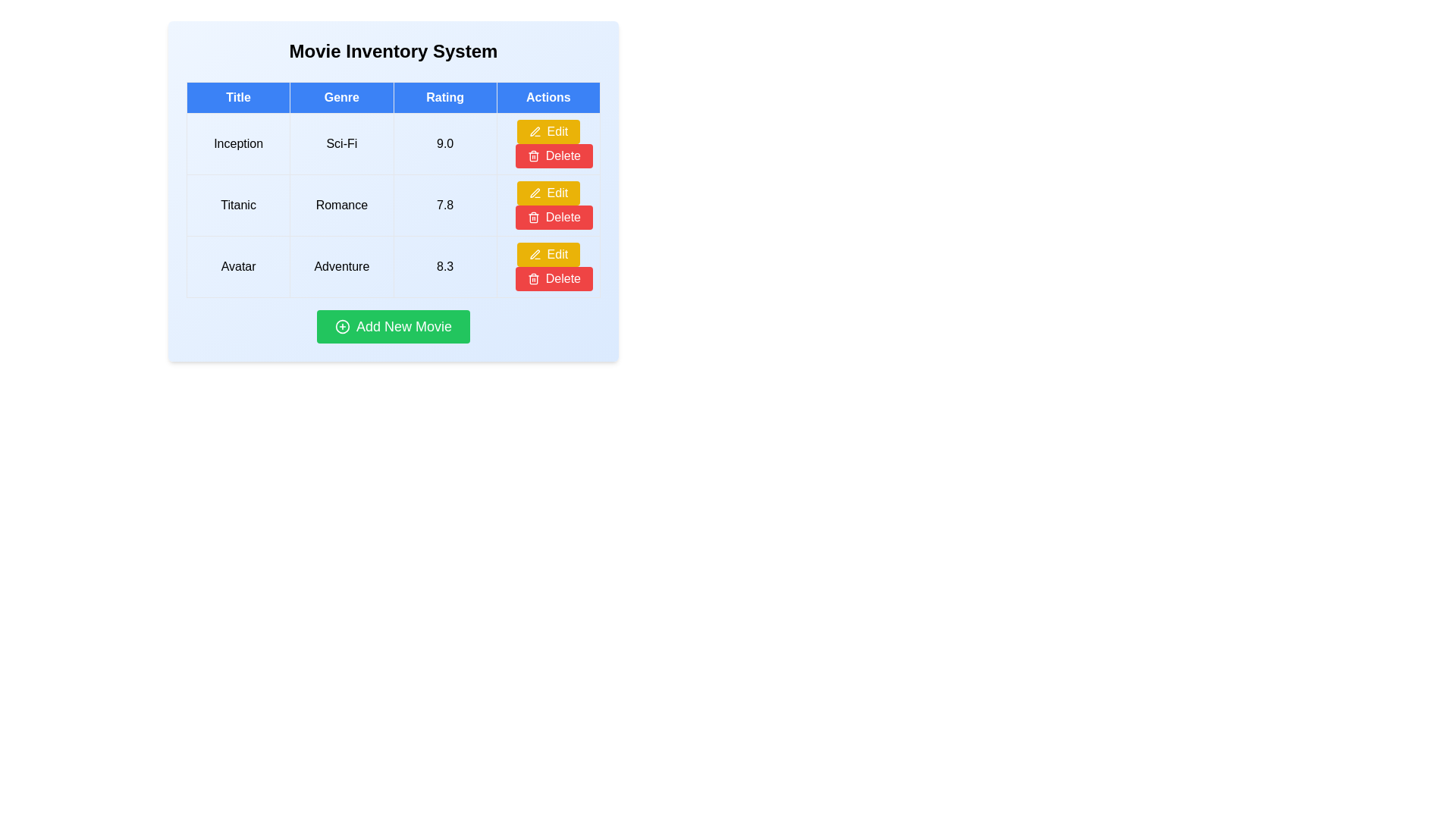  What do you see at coordinates (533, 278) in the screenshot?
I see `the delete icon in the second row of the actions column of the table` at bounding box center [533, 278].